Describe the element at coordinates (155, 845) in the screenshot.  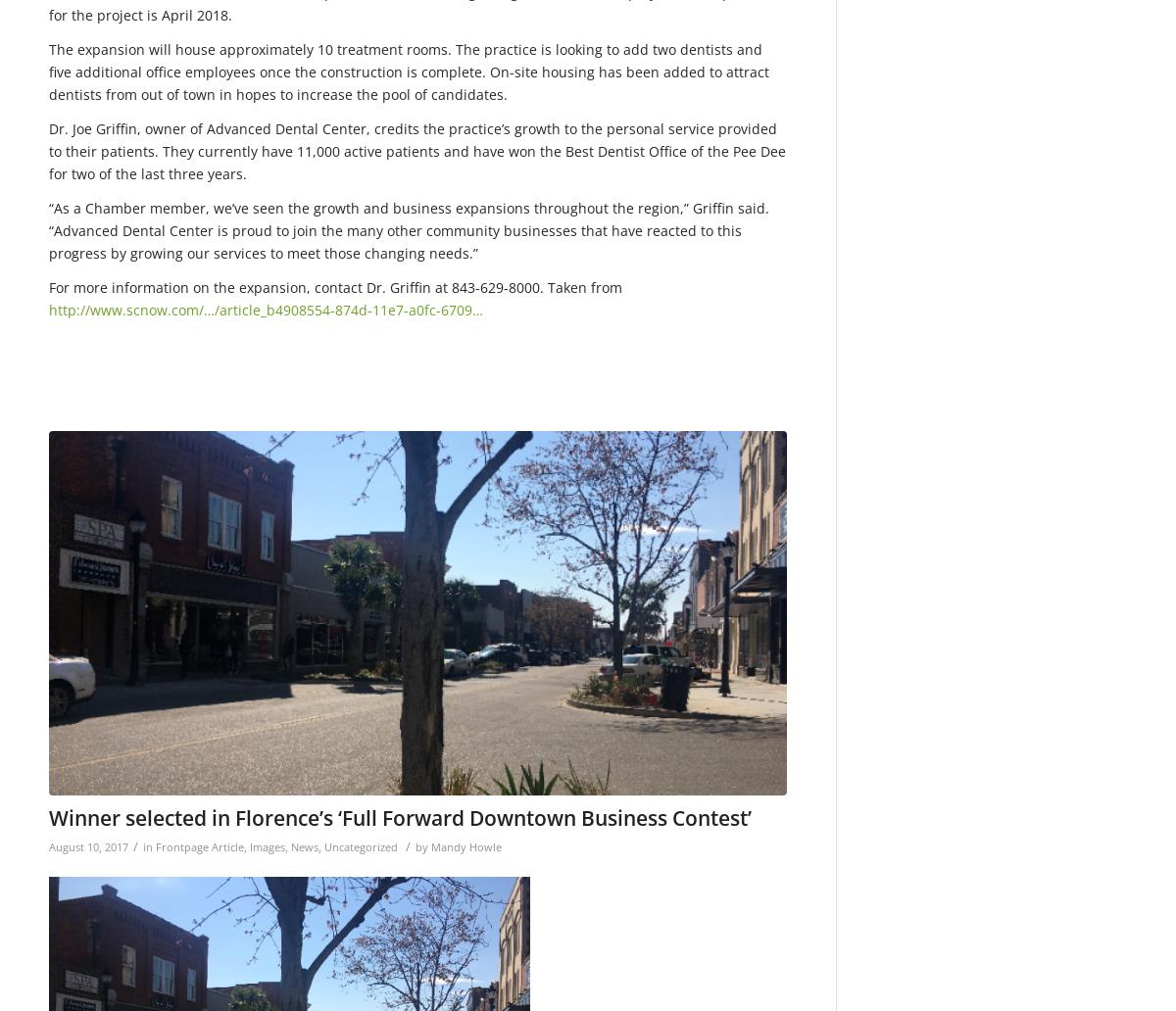
I see `'Frontpage Article'` at that location.